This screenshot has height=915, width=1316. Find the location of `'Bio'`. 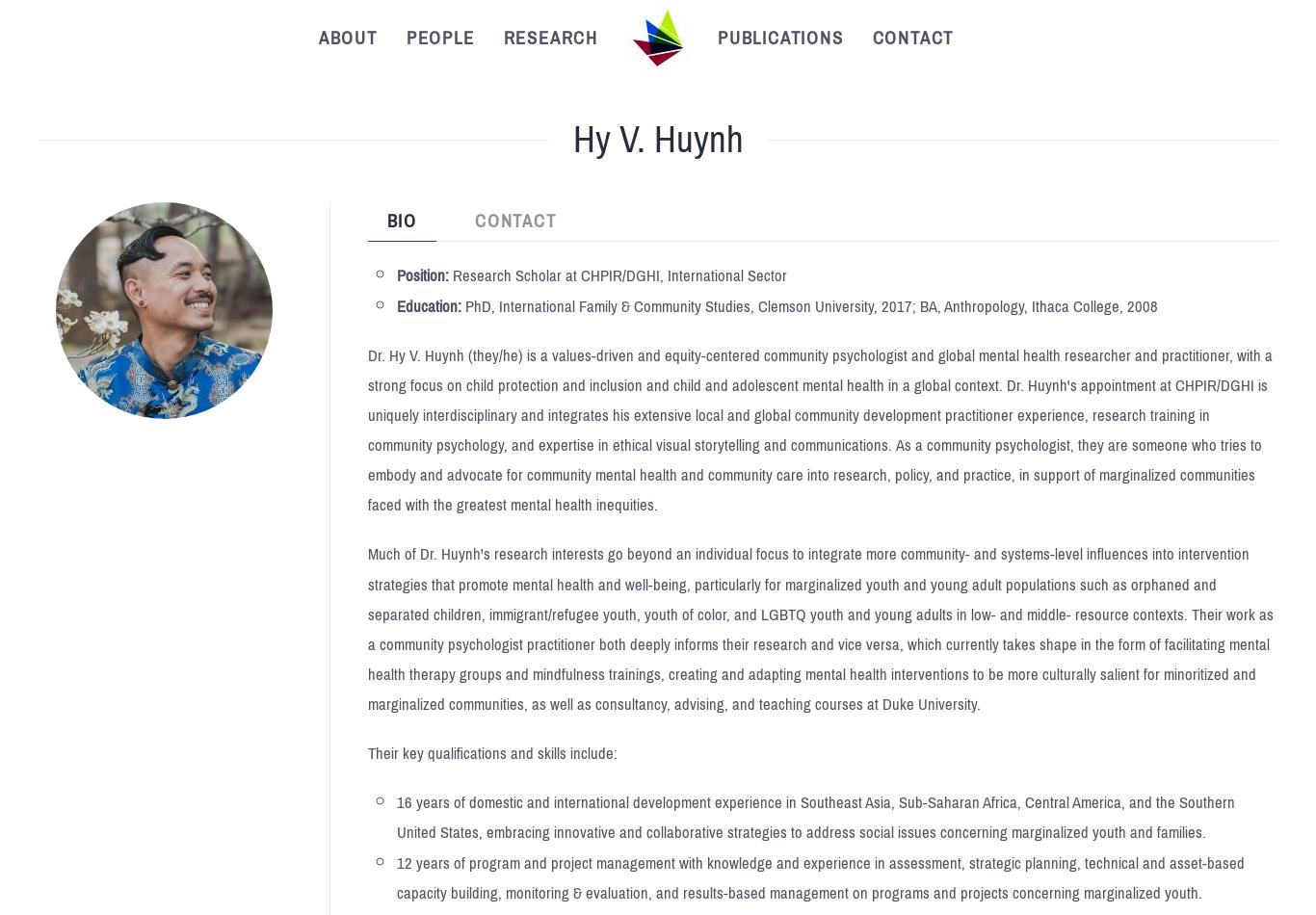

'Bio' is located at coordinates (400, 221).